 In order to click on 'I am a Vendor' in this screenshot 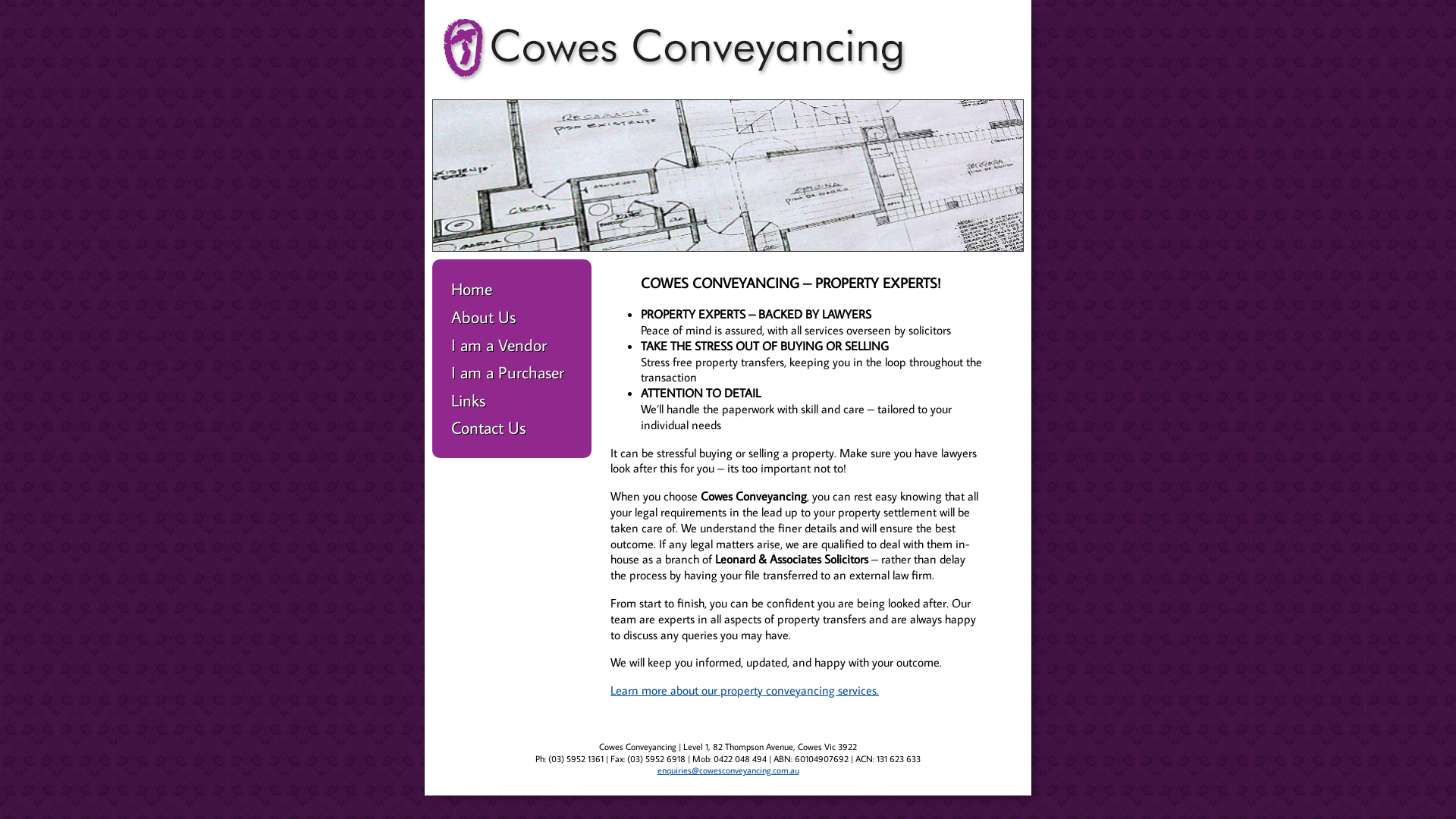, I will do `click(512, 345)`.